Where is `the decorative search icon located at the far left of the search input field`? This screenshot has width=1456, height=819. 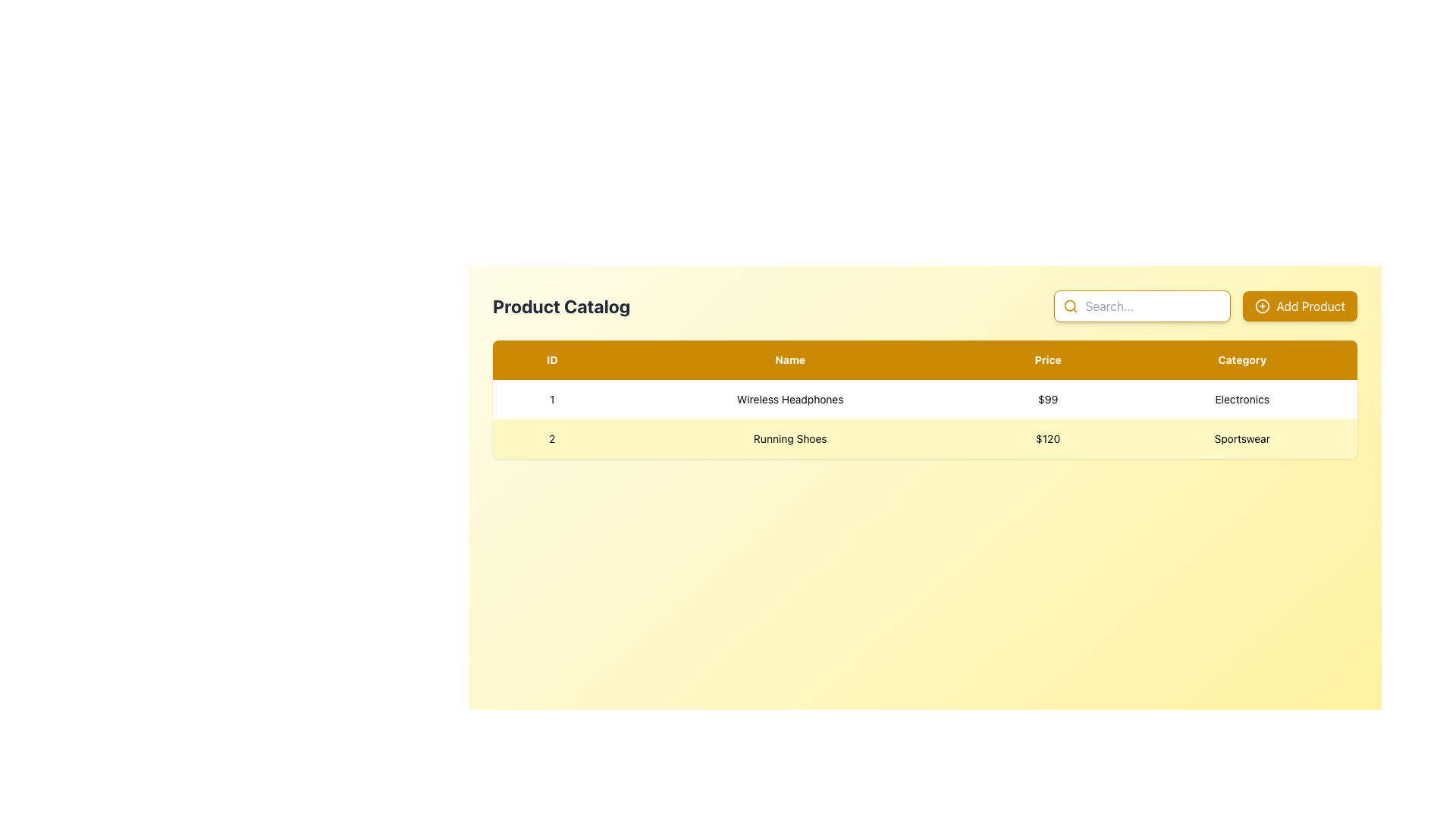 the decorative search icon located at the far left of the search input field is located at coordinates (1070, 306).